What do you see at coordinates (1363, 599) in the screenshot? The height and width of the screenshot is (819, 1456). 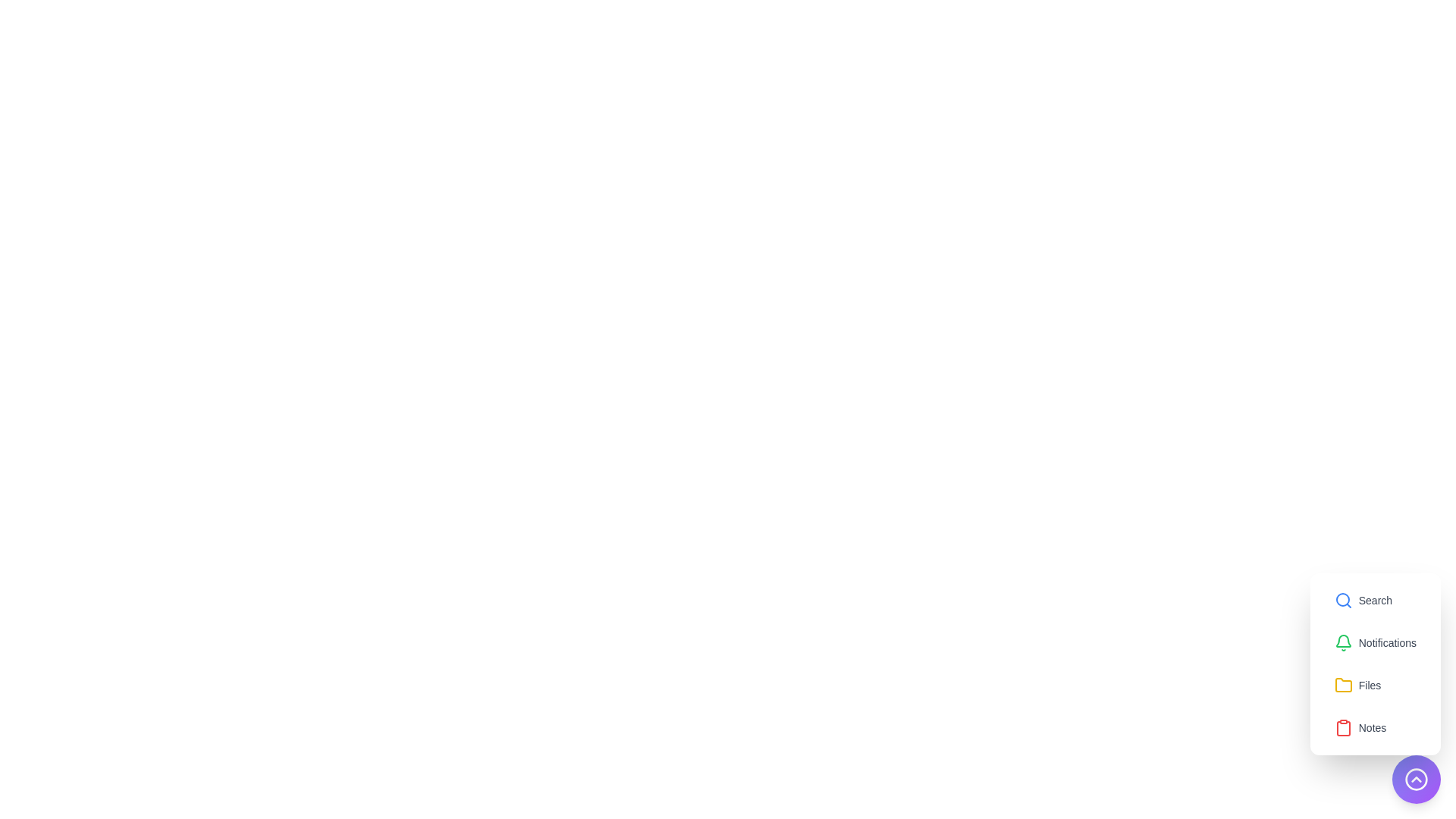 I see `the menu item labeled Search to reveal its hover effect` at bounding box center [1363, 599].